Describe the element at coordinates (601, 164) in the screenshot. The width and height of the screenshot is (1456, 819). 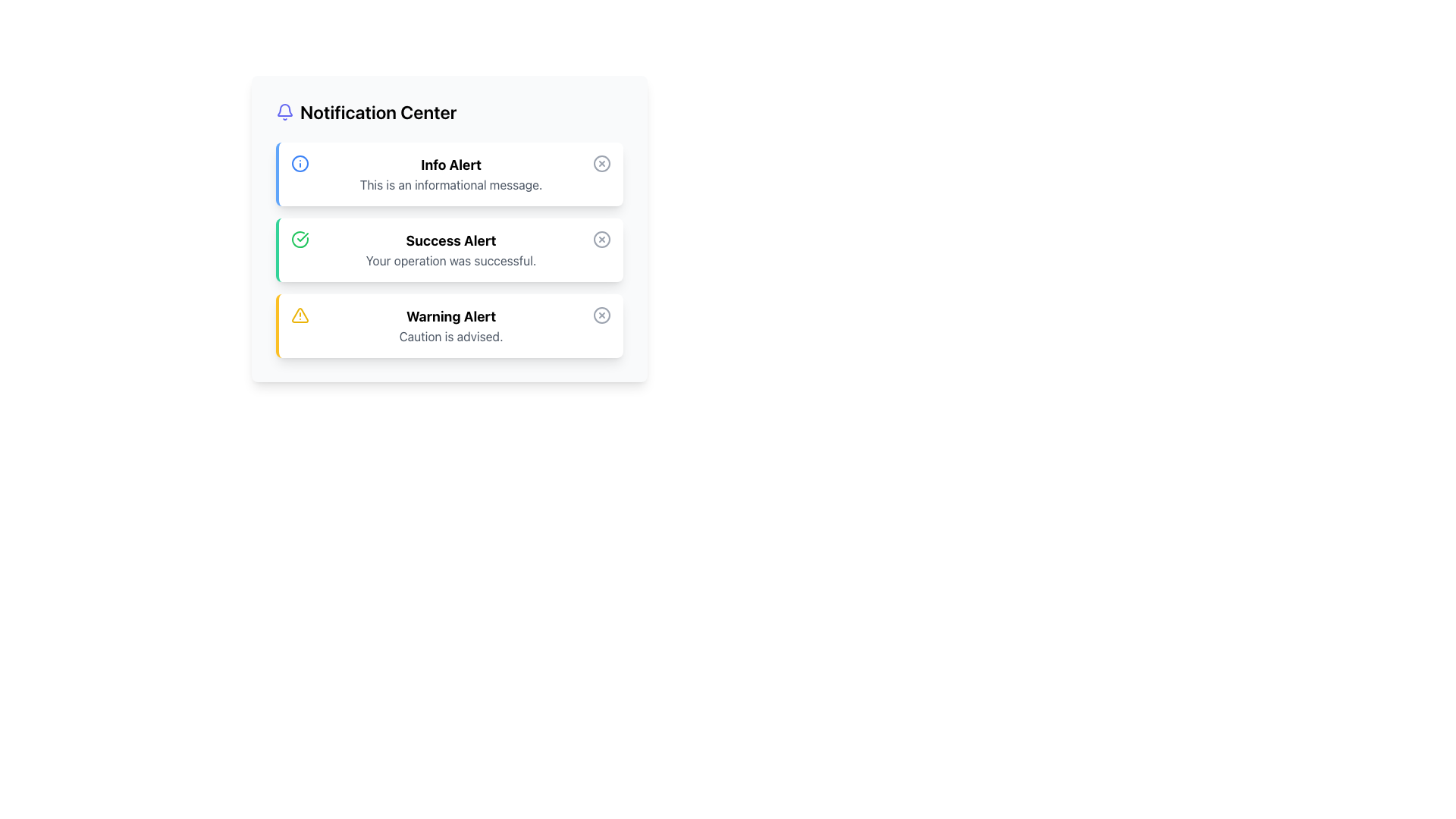
I see `the circular decorative element located at the top-right corner of the 'Info Alert' notification item, which enhances the visibility of the close button icon` at that location.